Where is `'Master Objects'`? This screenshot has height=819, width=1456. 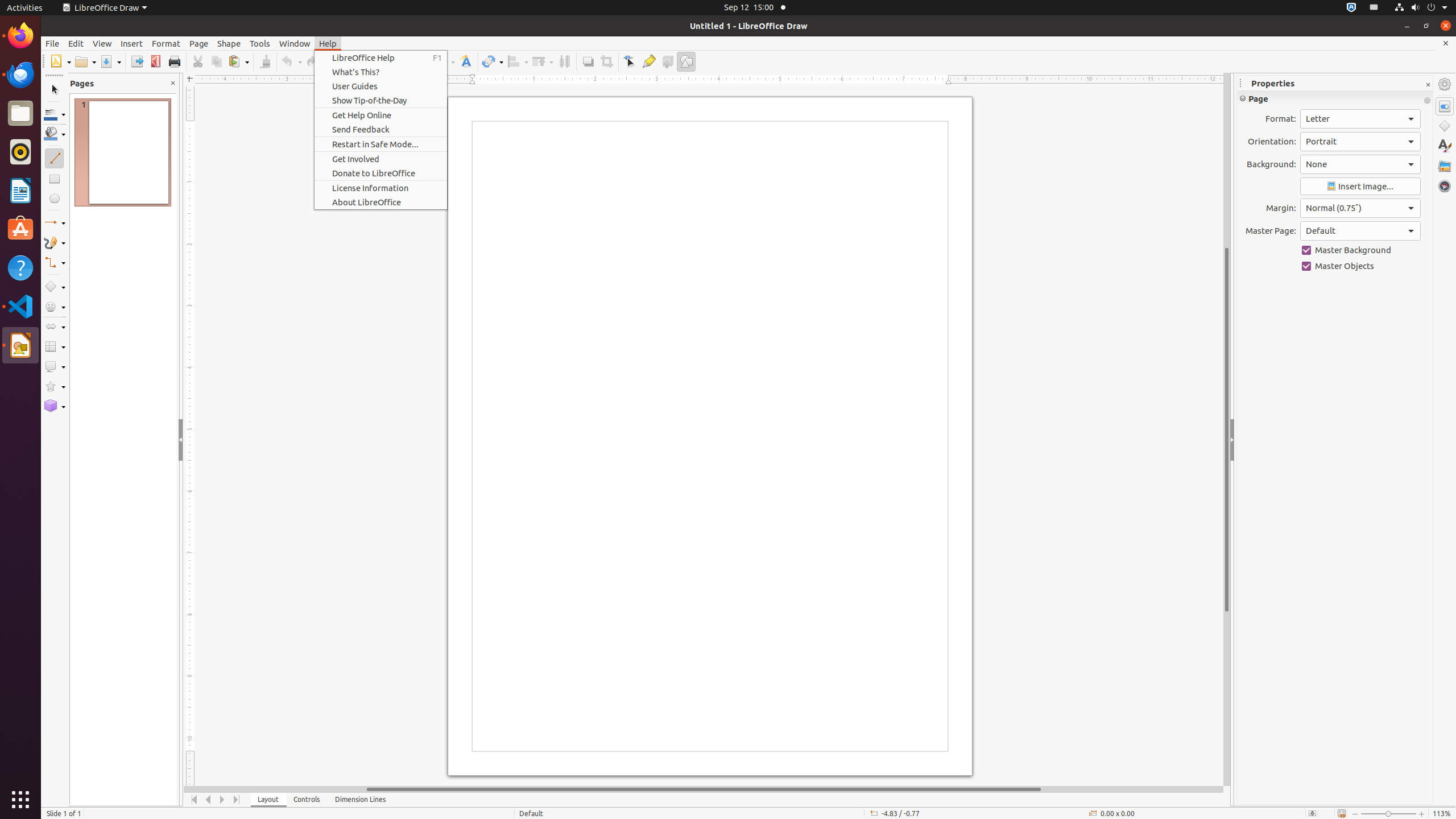 'Master Objects' is located at coordinates (1360, 266).